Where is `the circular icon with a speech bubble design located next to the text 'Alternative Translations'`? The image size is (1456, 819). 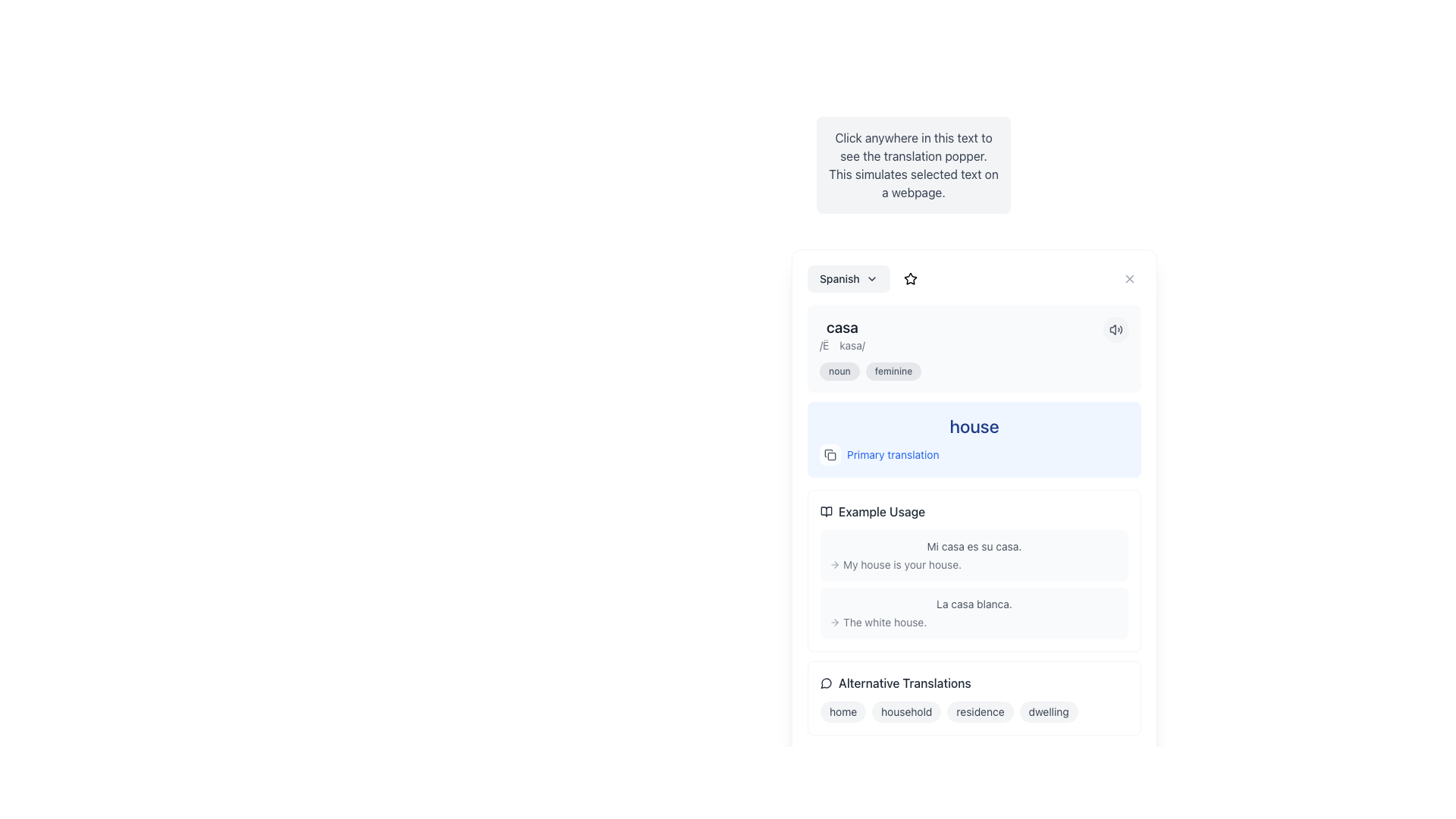
the circular icon with a speech bubble design located next to the text 'Alternative Translations' is located at coordinates (825, 683).